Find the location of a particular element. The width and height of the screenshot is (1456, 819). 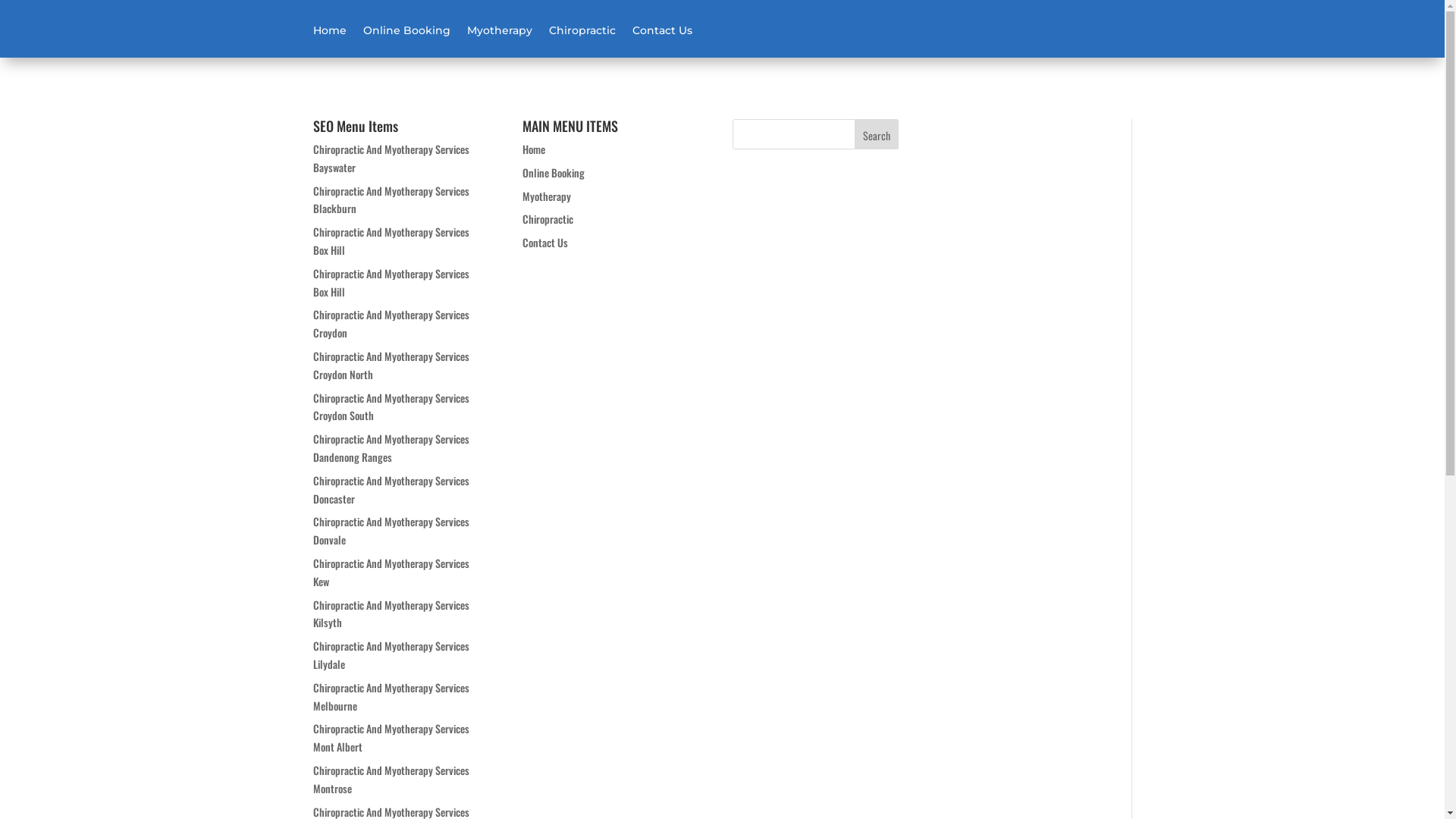

'Online Booking' is located at coordinates (362, 40).